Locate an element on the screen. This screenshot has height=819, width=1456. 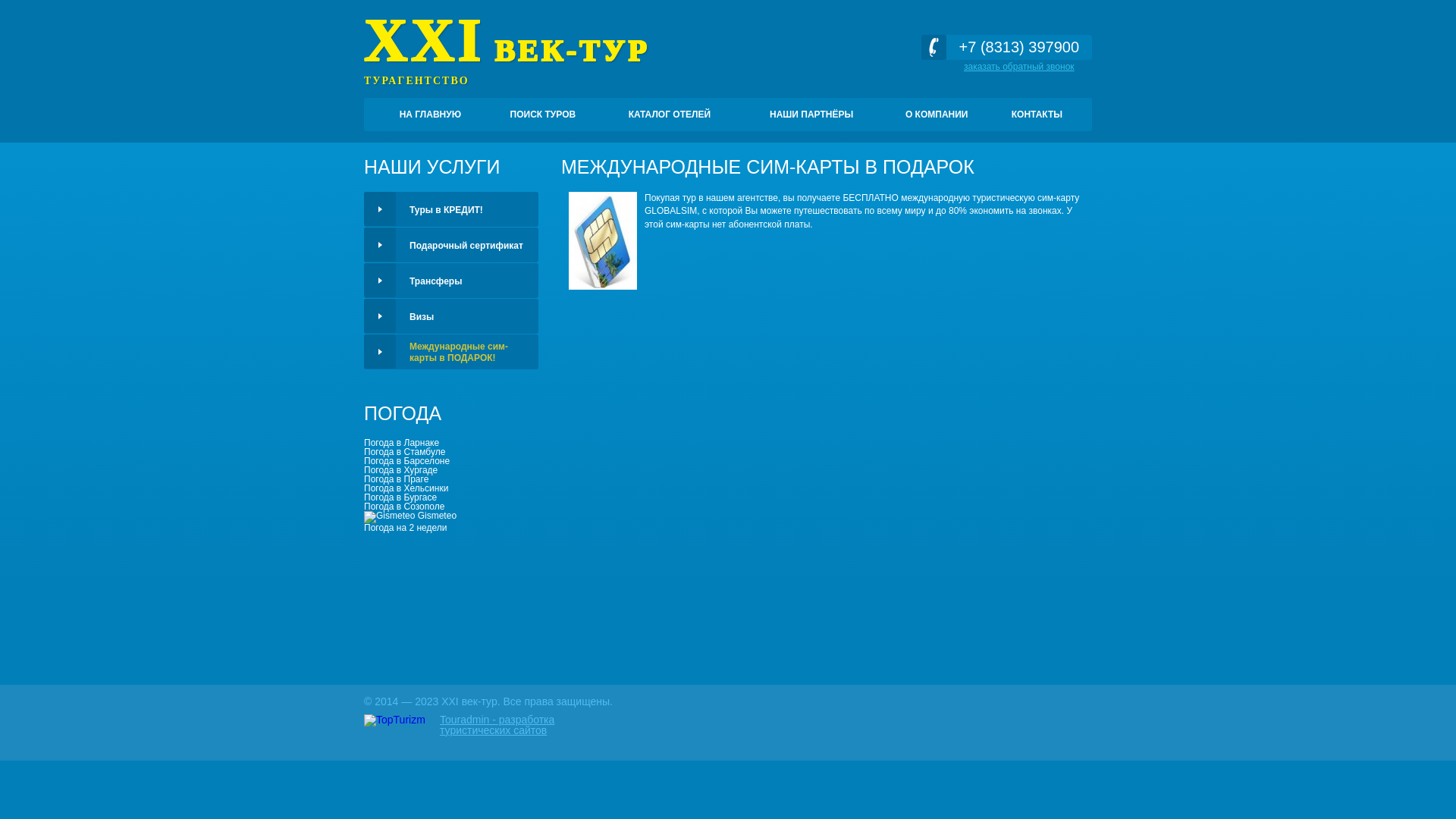
'Gismeteo' is located at coordinates (410, 514).